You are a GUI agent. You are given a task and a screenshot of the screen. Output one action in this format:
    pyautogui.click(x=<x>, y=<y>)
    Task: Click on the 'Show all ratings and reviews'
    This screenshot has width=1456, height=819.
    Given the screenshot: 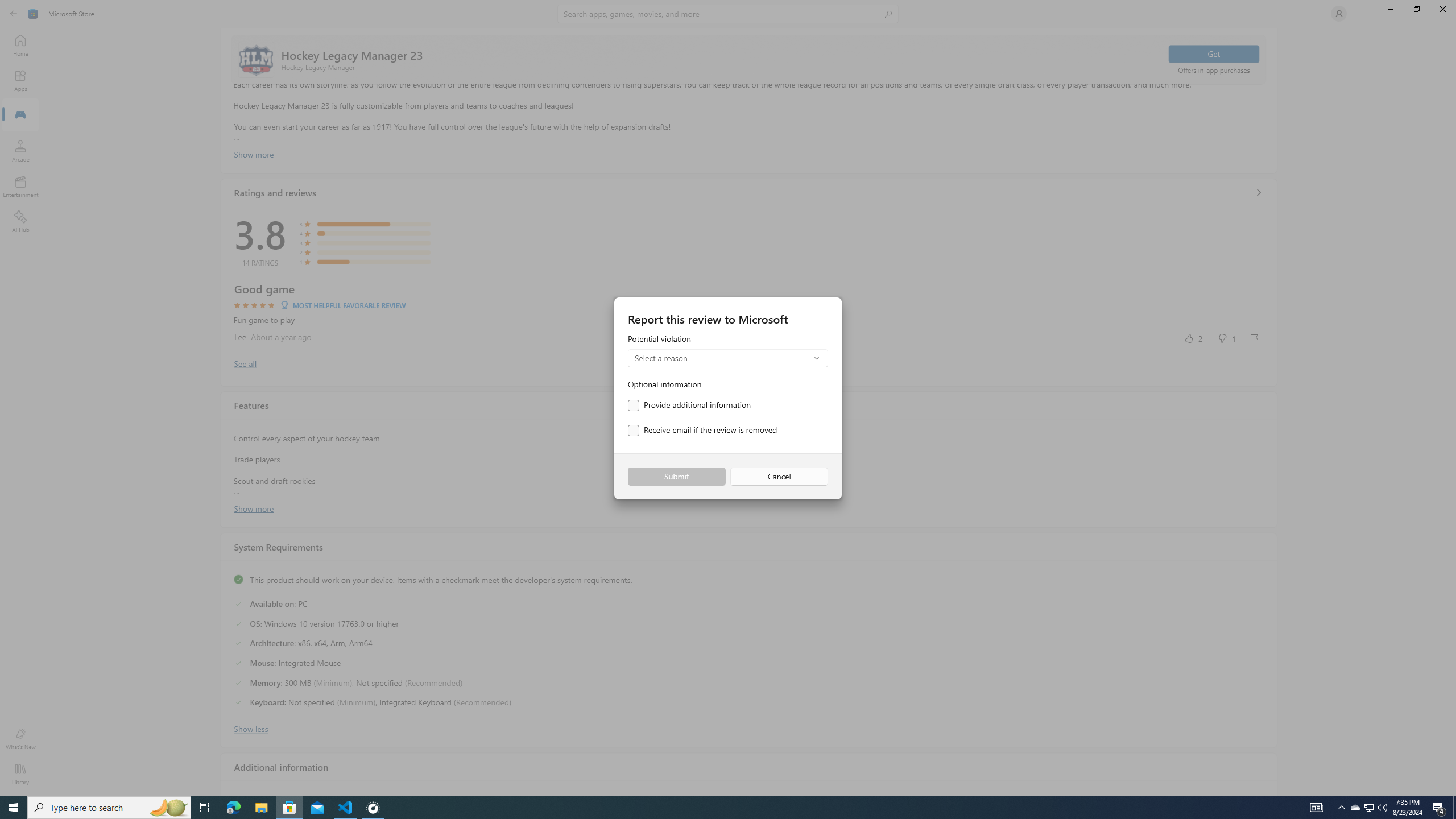 What is the action you would take?
    pyautogui.click(x=244, y=362)
    